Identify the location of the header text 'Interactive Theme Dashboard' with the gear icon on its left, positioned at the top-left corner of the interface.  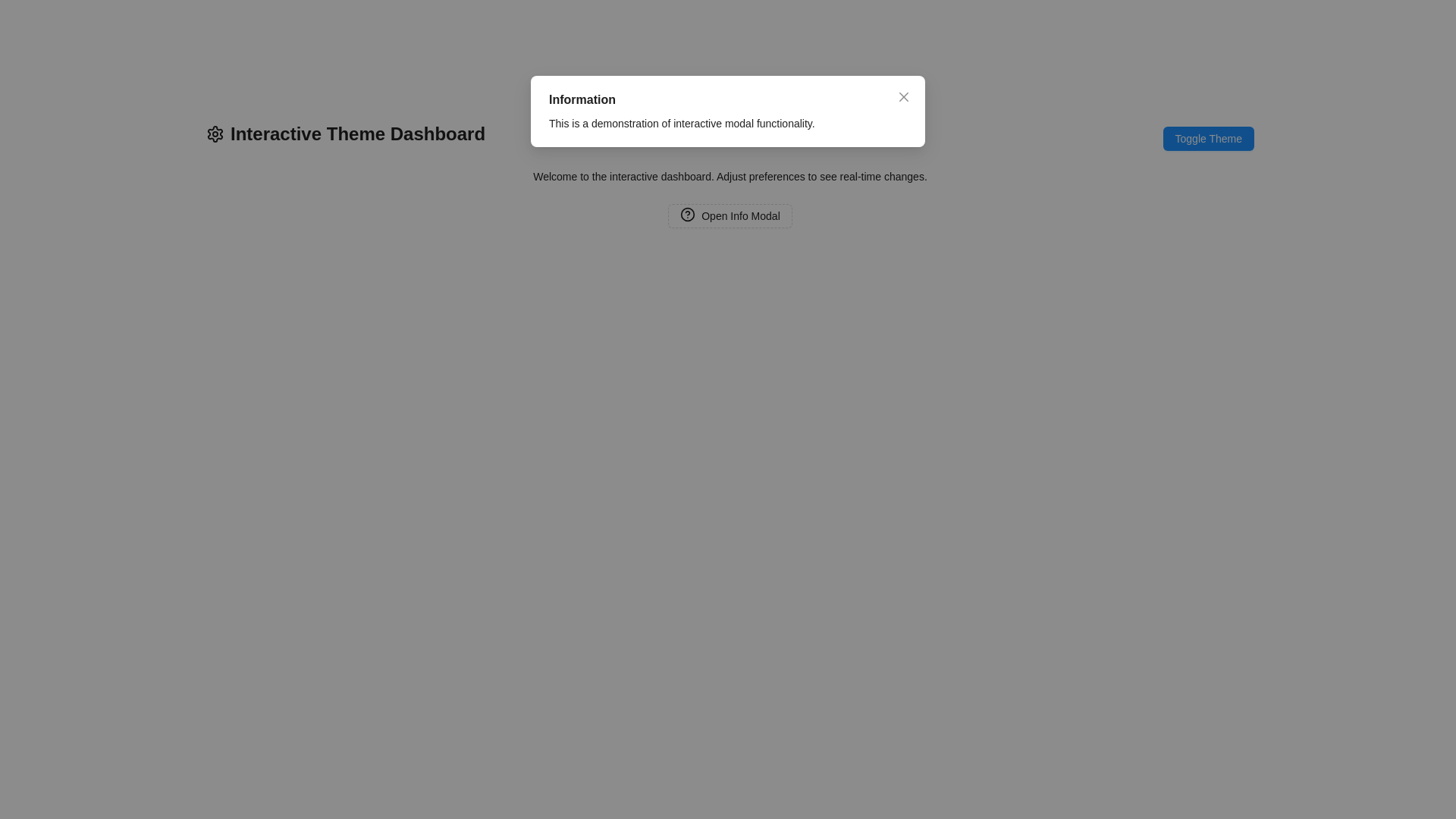
(345, 133).